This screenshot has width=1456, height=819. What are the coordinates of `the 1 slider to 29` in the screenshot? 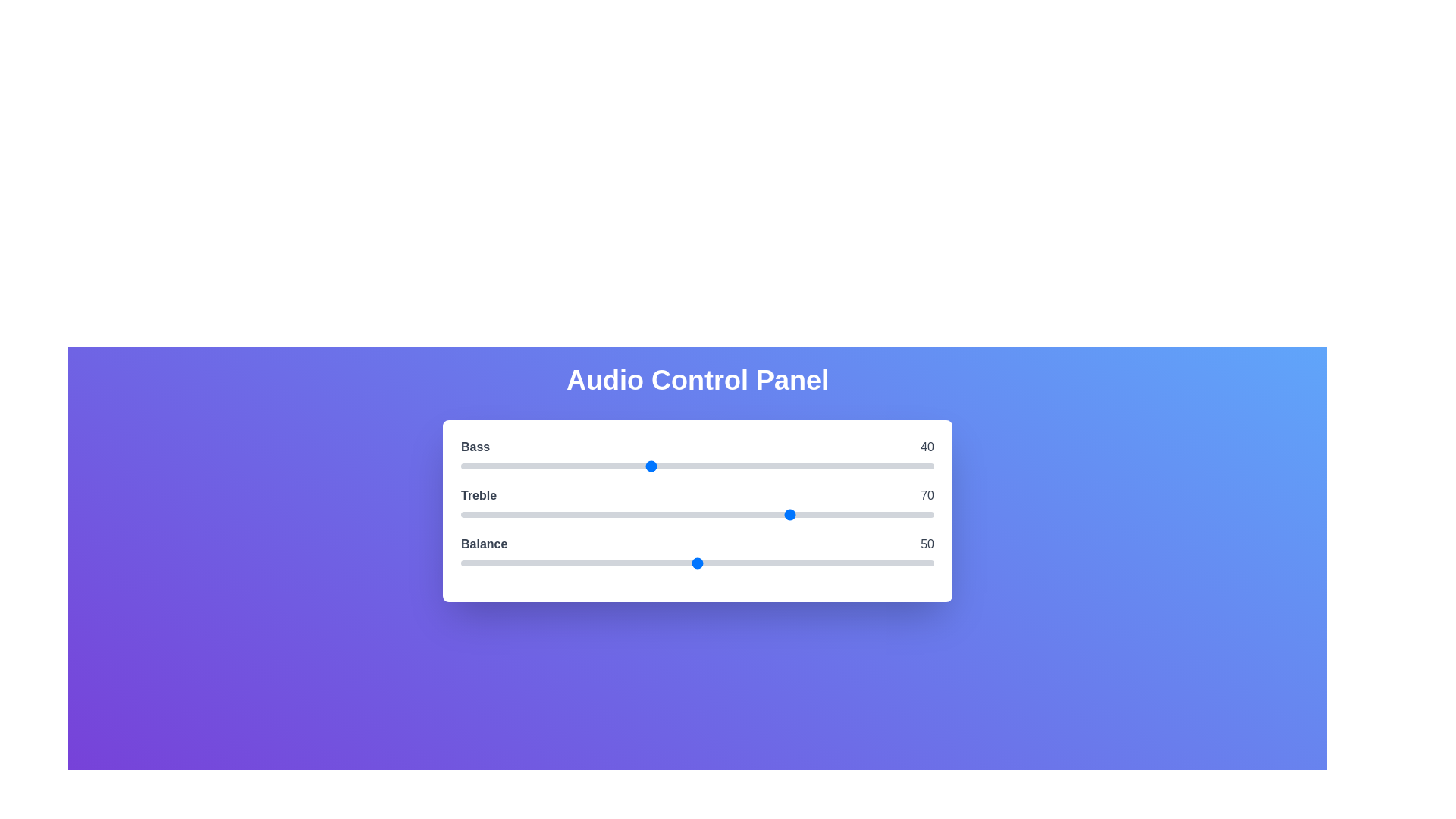 It's located at (597, 513).